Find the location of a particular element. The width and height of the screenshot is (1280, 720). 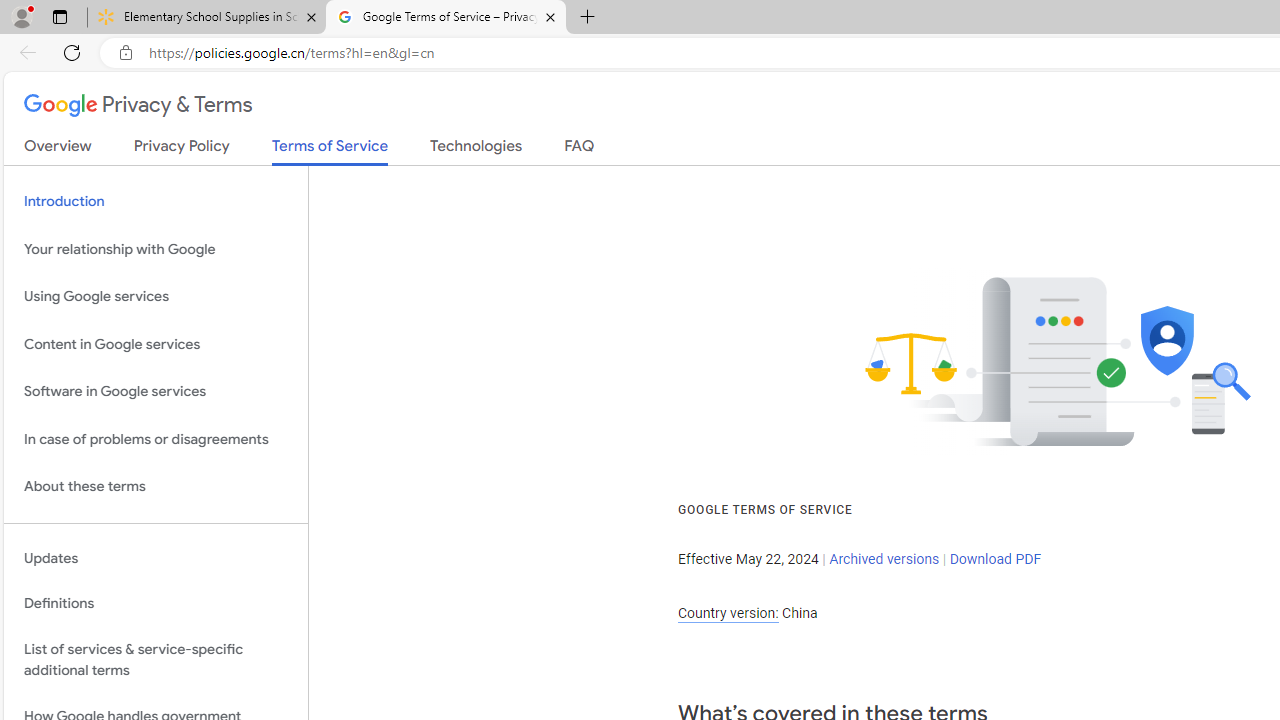

'Updates' is located at coordinates (155, 558).